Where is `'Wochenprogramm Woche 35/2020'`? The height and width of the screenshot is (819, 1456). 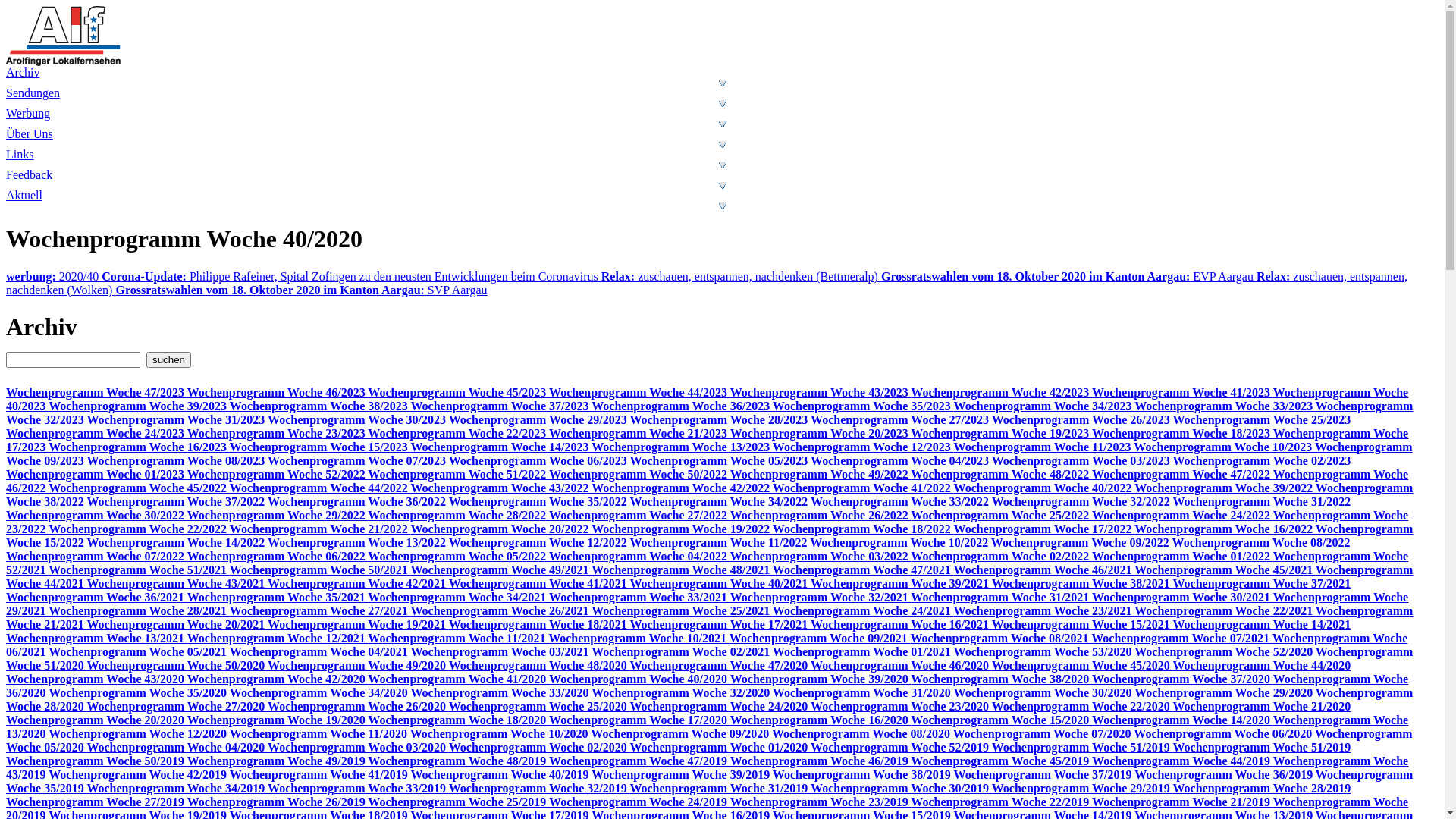 'Wochenprogramm Woche 35/2020' is located at coordinates (139, 692).